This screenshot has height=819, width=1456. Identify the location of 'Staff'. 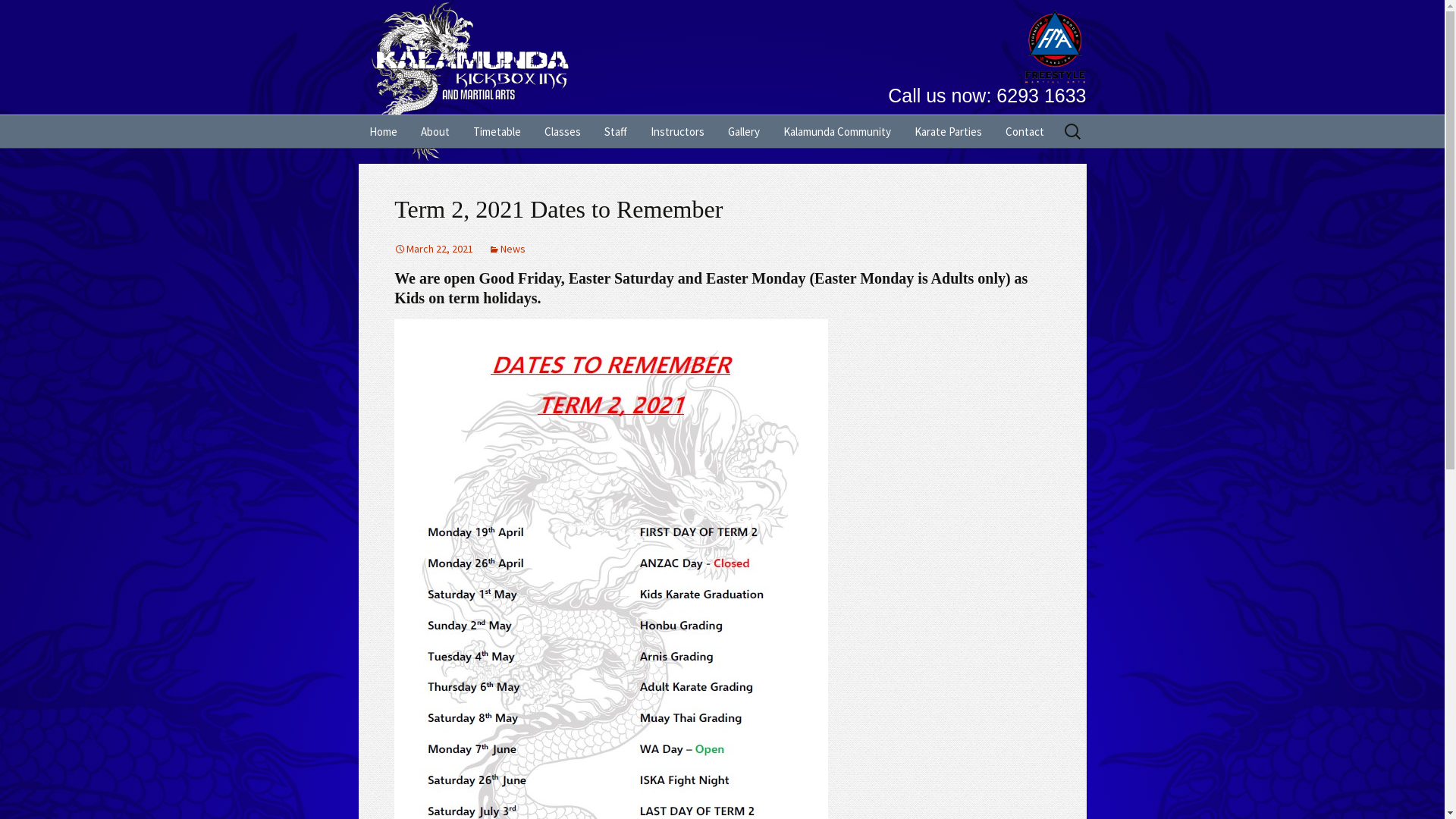
(615, 130).